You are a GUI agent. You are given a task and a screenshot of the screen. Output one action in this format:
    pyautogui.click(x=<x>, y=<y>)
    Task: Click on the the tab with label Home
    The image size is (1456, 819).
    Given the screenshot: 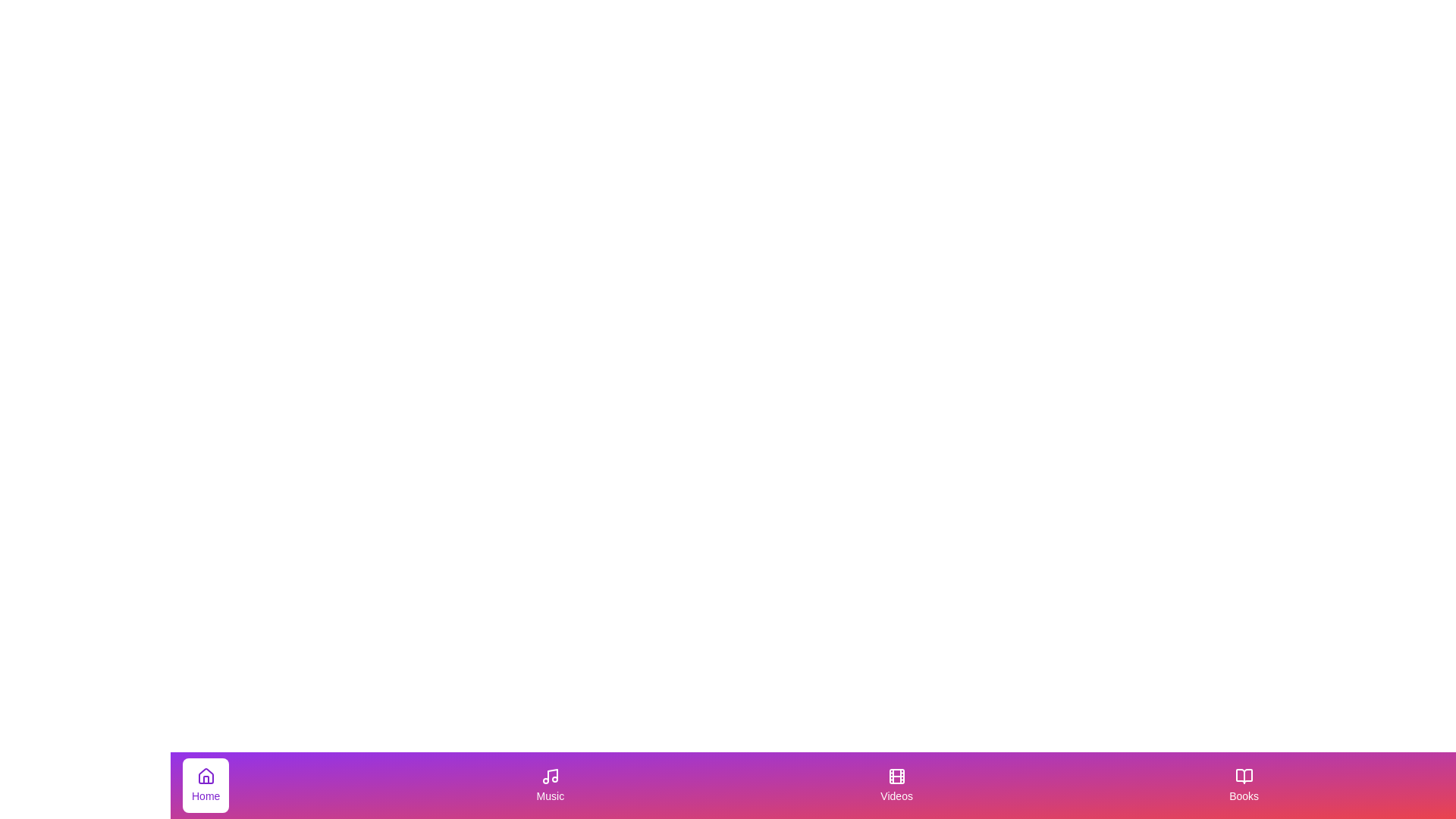 What is the action you would take?
    pyautogui.click(x=205, y=785)
    